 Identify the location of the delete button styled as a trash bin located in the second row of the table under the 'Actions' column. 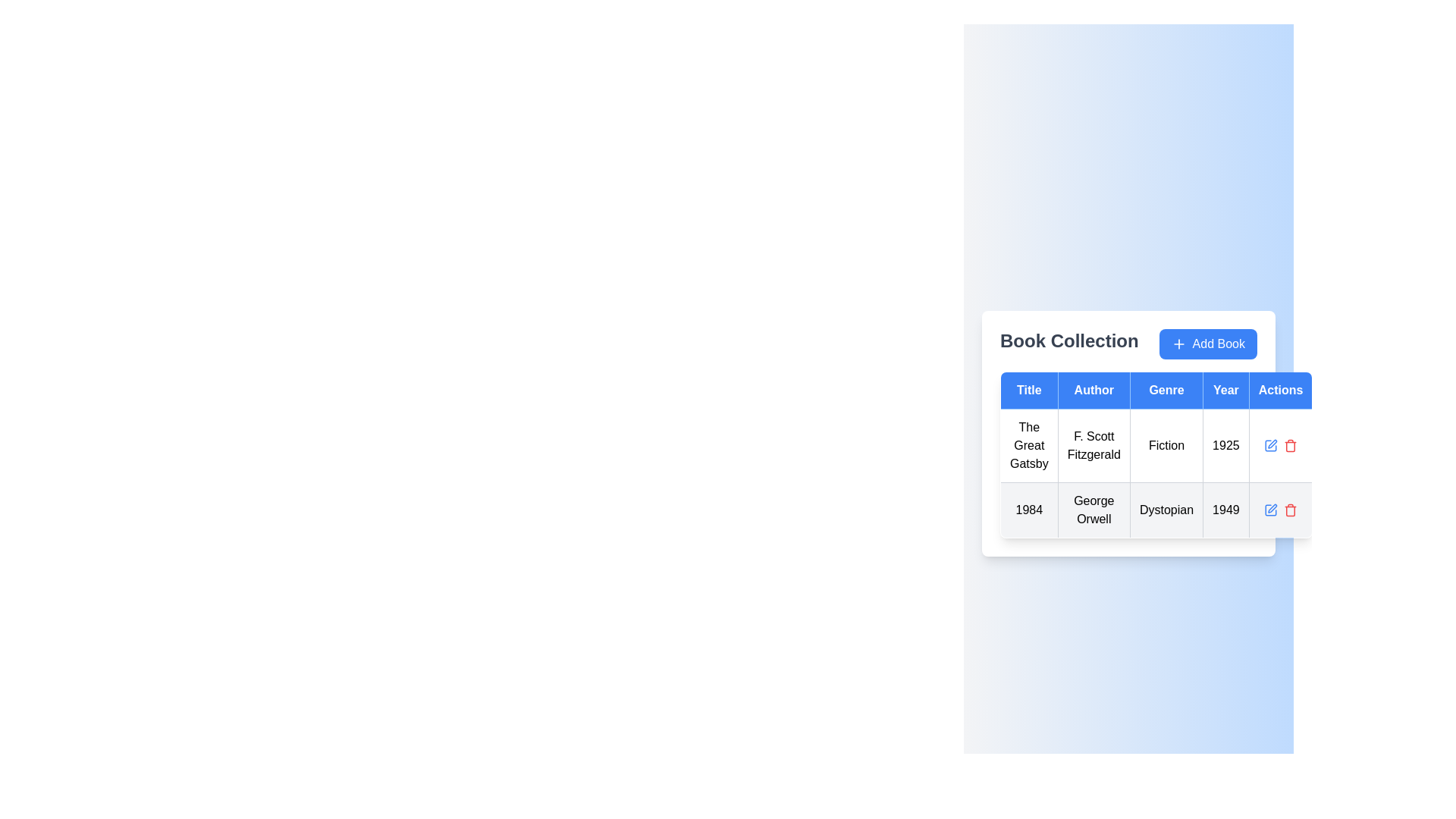
(1290, 444).